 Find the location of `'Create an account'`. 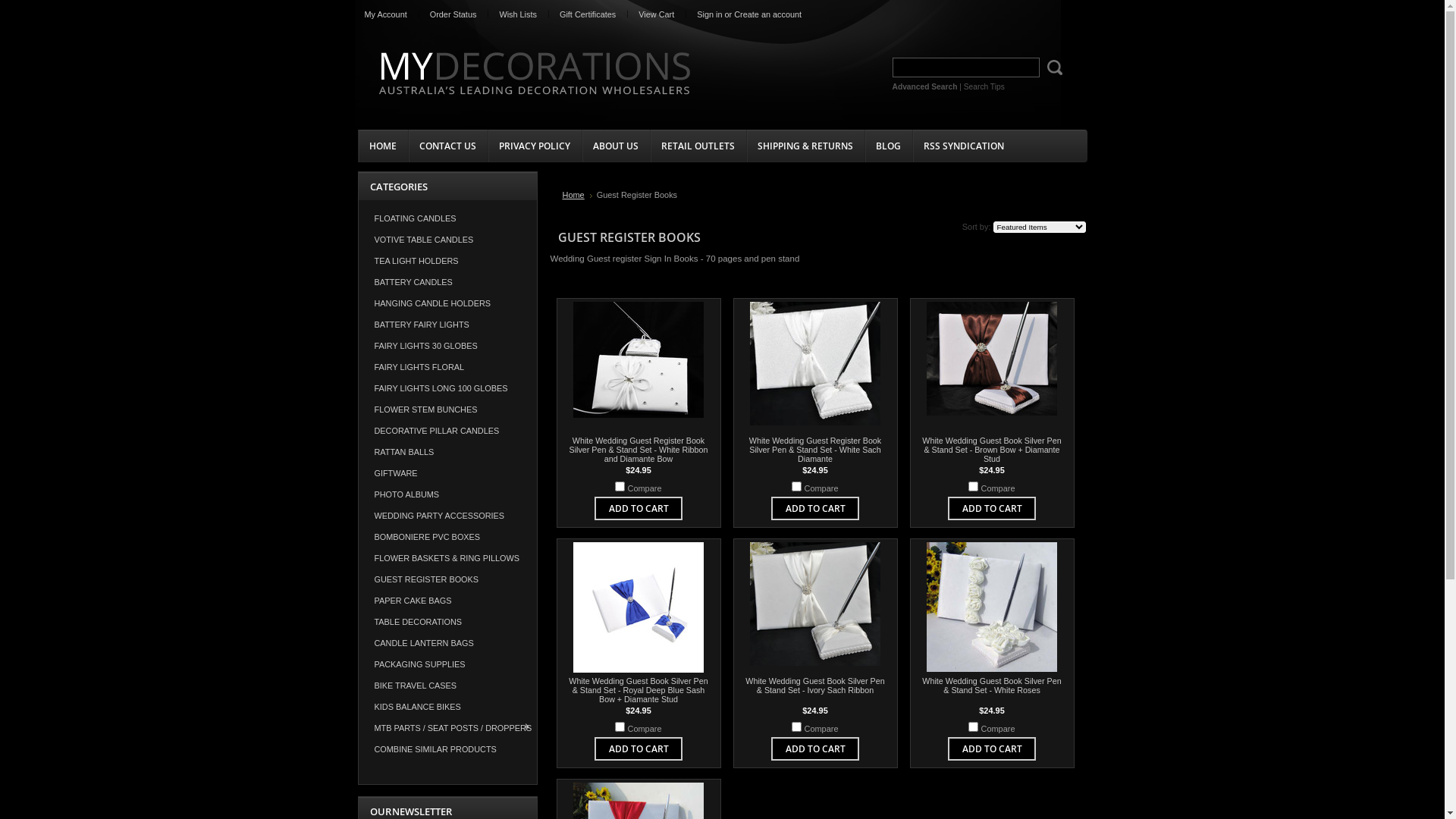

'Create an account' is located at coordinates (734, 14).